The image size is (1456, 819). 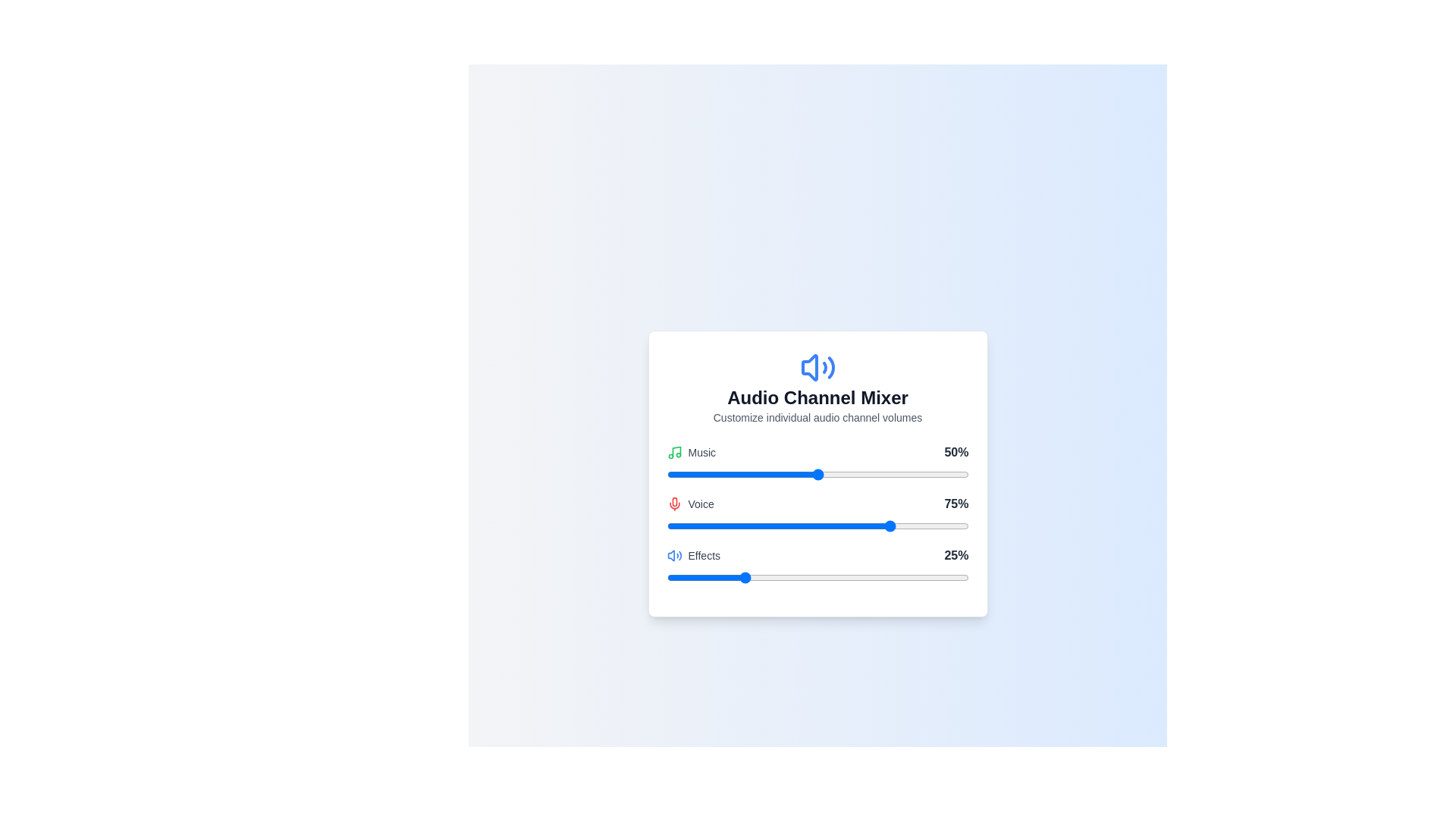 What do you see at coordinates (817, 368) in the screenshot?
I see `the decorative audio icon that signifies the context of audio or sound settings, located at the top-center of the card above the 'Audio Channel Mixer' heading` at bounding box center [817, 368].